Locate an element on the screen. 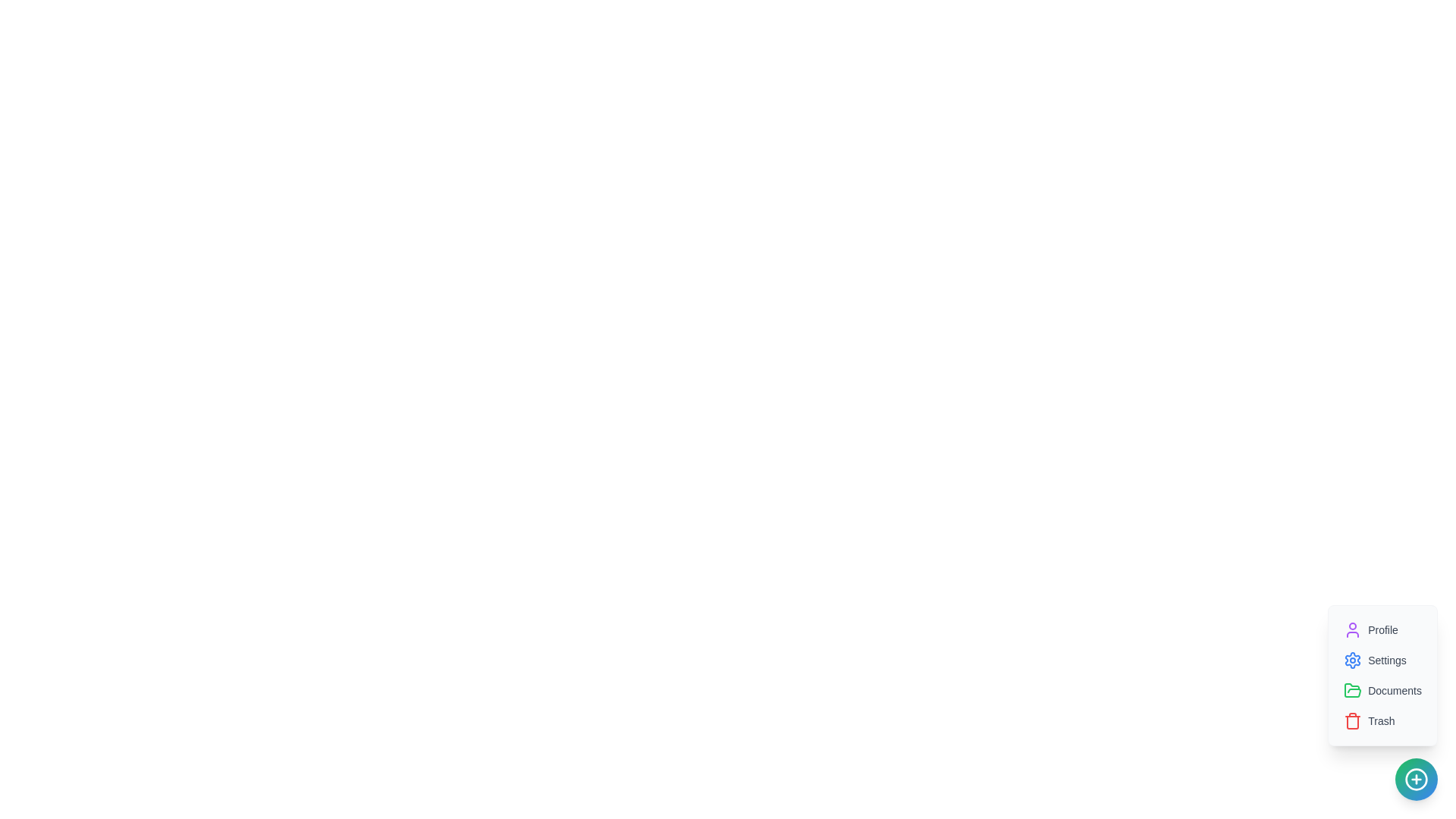 This screenshot has width=1456, height=819. floating action button to toggle the menu visibility is located at coordinates (1415, 780).